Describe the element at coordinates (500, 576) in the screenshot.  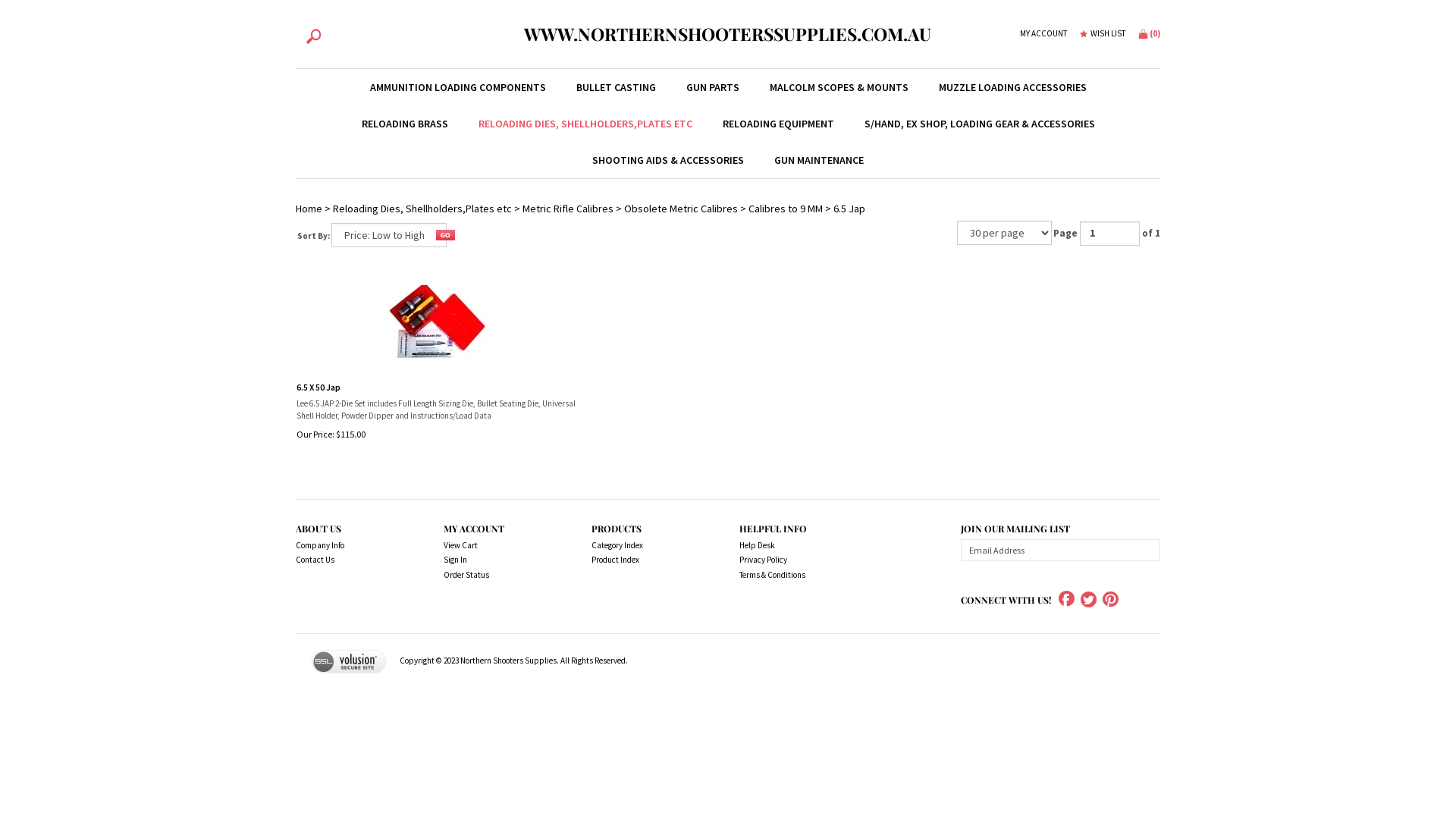
I see `'Order Status'` at that location.